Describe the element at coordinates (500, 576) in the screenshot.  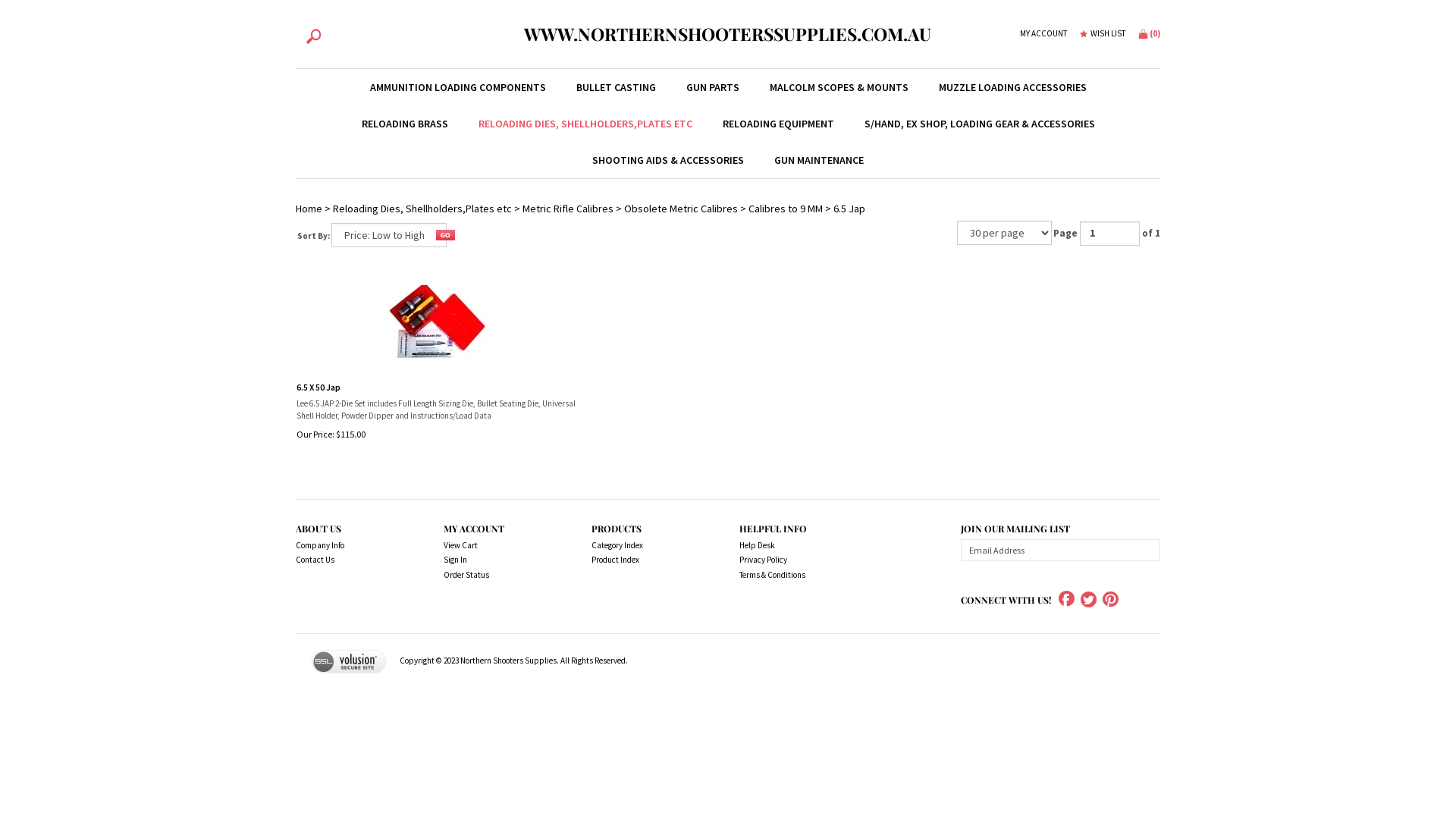
I see `'Order Status'` at that location.